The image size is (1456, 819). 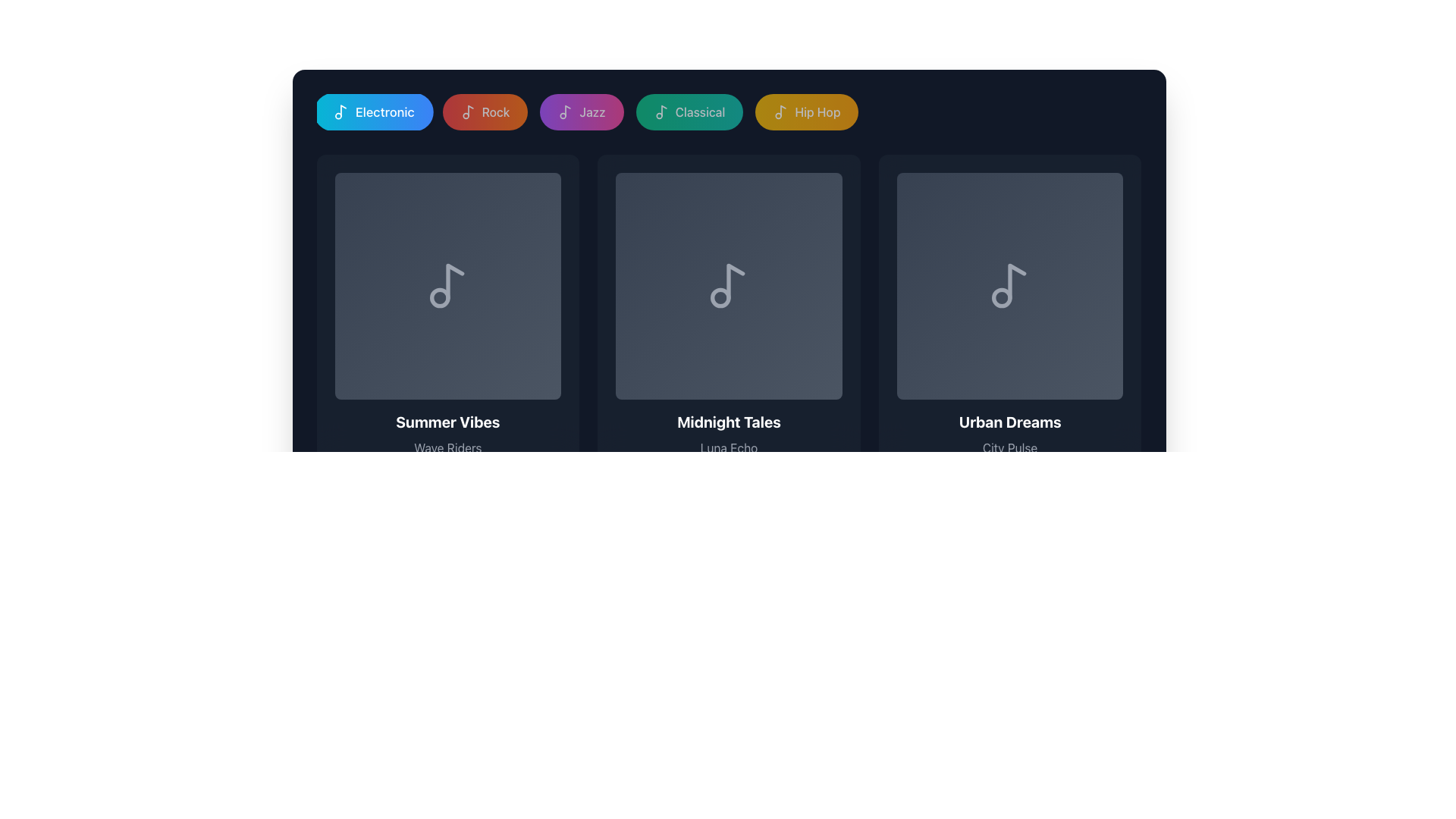 What do you see at coordinates (484, 111) in the screenshot?
I see `the pill-shaped button with a gradient background from red to orange that contains a white musical note icon and the text 'Rock'` at bounding box center [484, 111].